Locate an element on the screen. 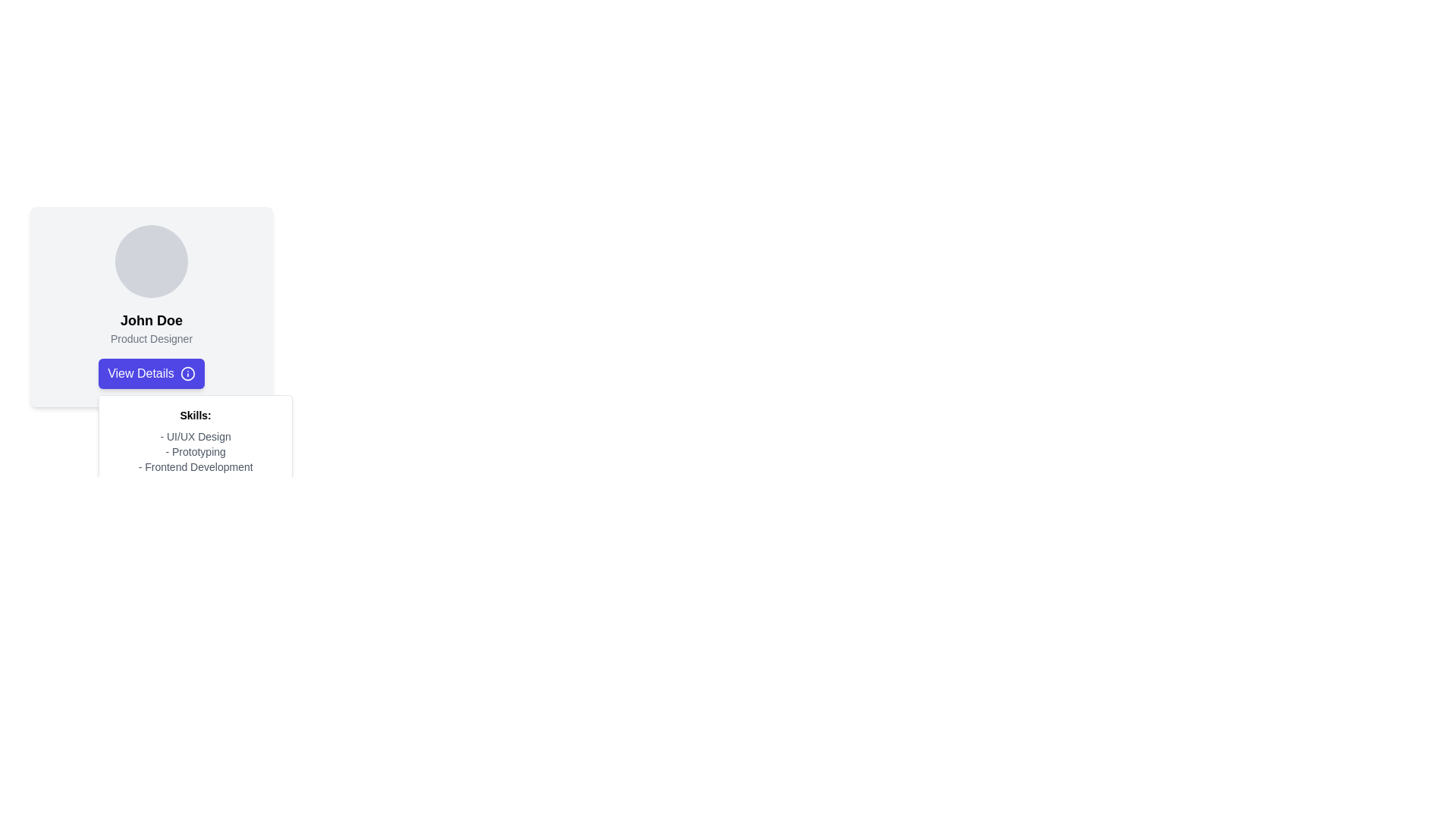 This screenshot has width=1456, height=819. text of the header label that indicates the topic of the skills listed beneath it, centered within the white card-like background is located at coordinates (195, 415).